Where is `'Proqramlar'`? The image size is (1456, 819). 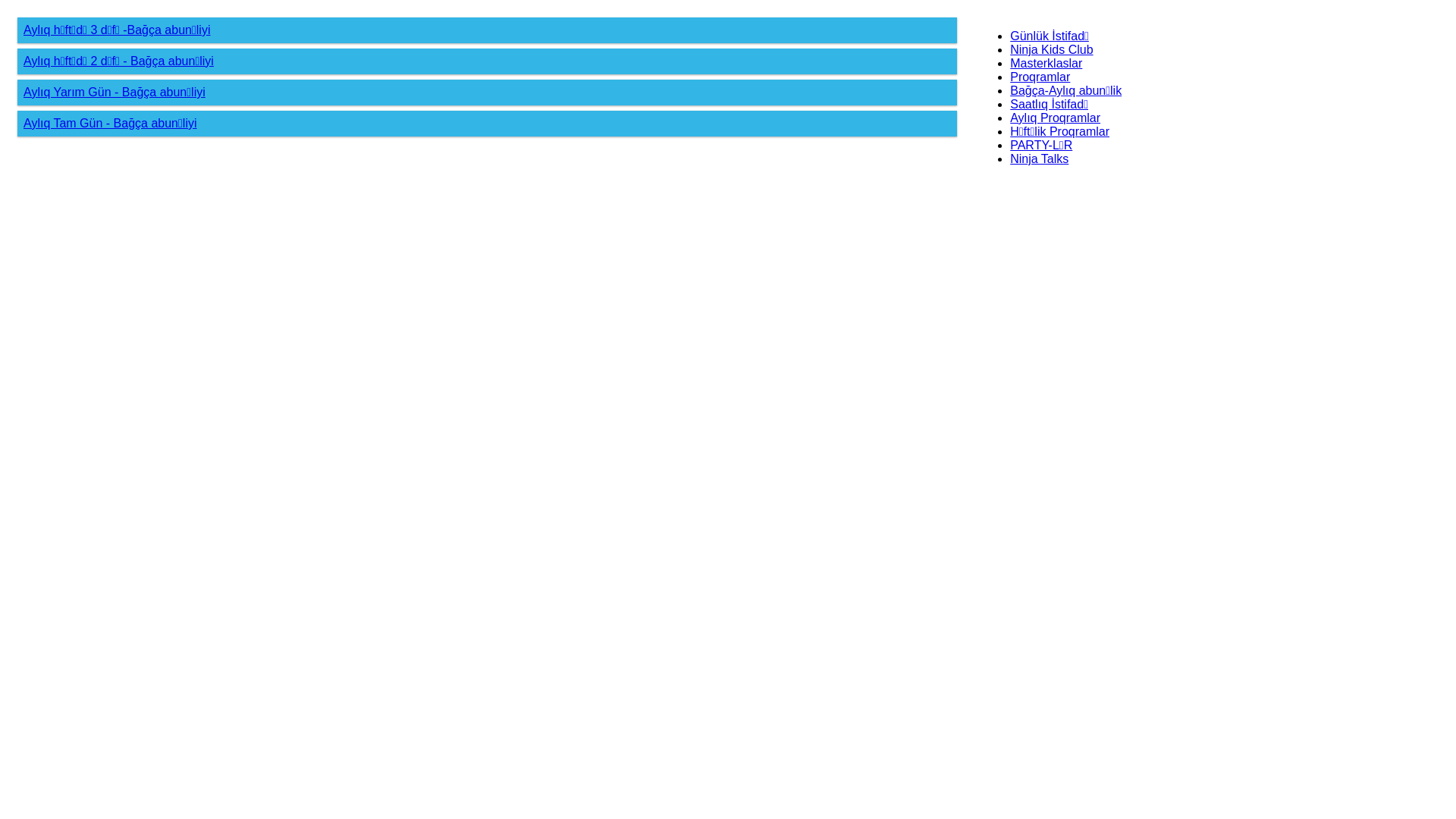 'Proqramlar' is located at coordinates (1039, 77).